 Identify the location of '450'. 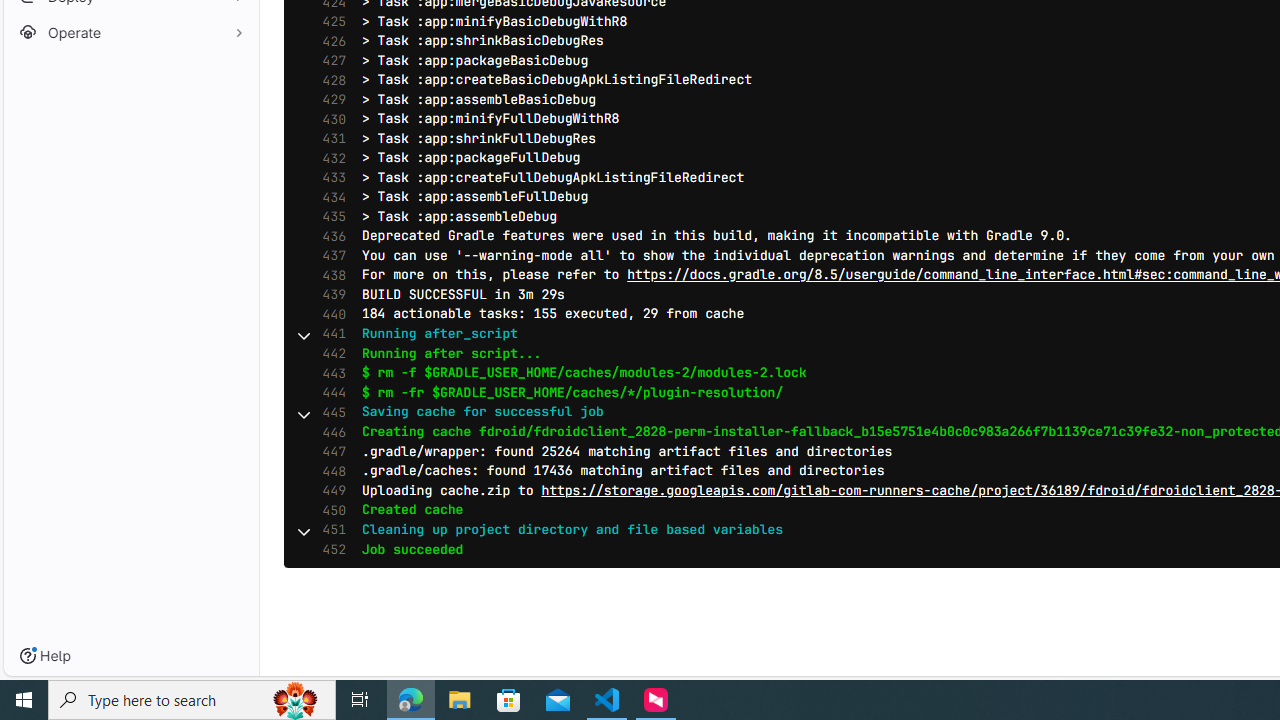
(329, 509).